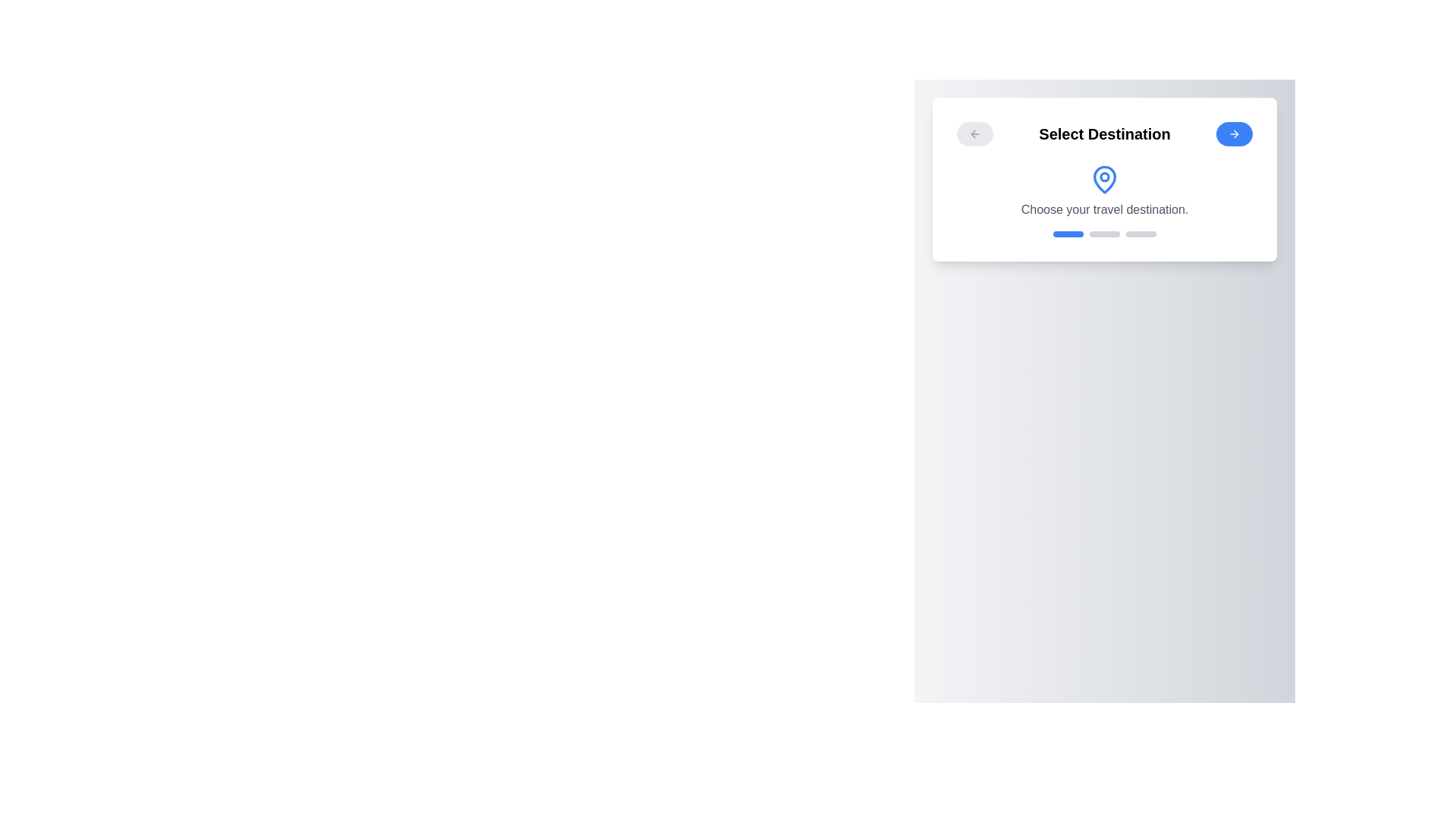 This screenshot has width=1456, height=819. Describe the element at coordinates (1236, 133) in the screenshot. I see `the right-arrow icon located in the top-right section of the interface, which is part of a rounded button with a blue background in the card component titled 'Select Destination'` at that location.